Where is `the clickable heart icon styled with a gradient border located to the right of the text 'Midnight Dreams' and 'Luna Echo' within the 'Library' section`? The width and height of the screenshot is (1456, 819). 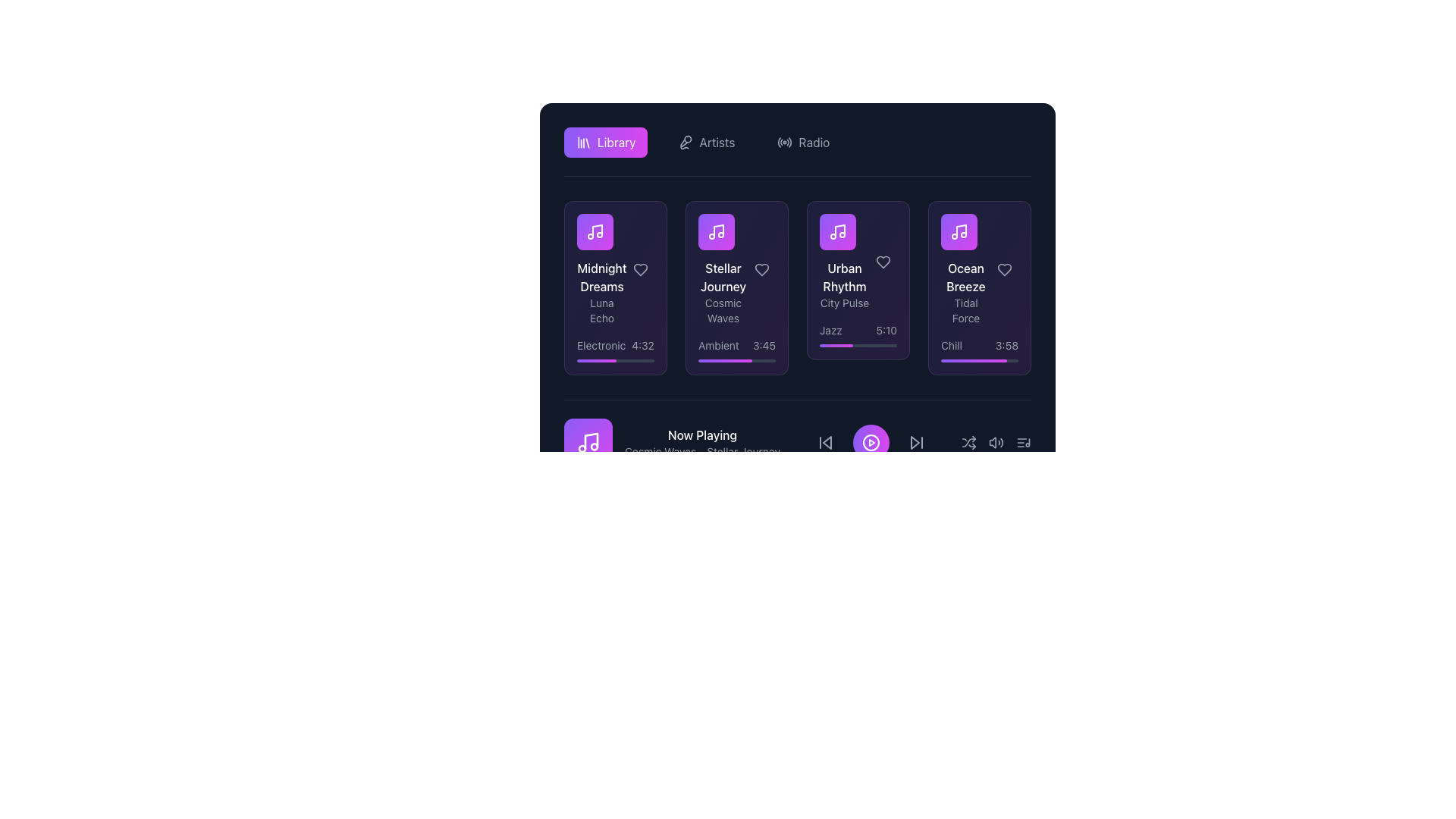 the clickable heart icon styled with a gradient border located to the right of the text 'Midnight Dreams' and 'Luna Echo' within the 'Library' section is located at coordinates (640, 268).